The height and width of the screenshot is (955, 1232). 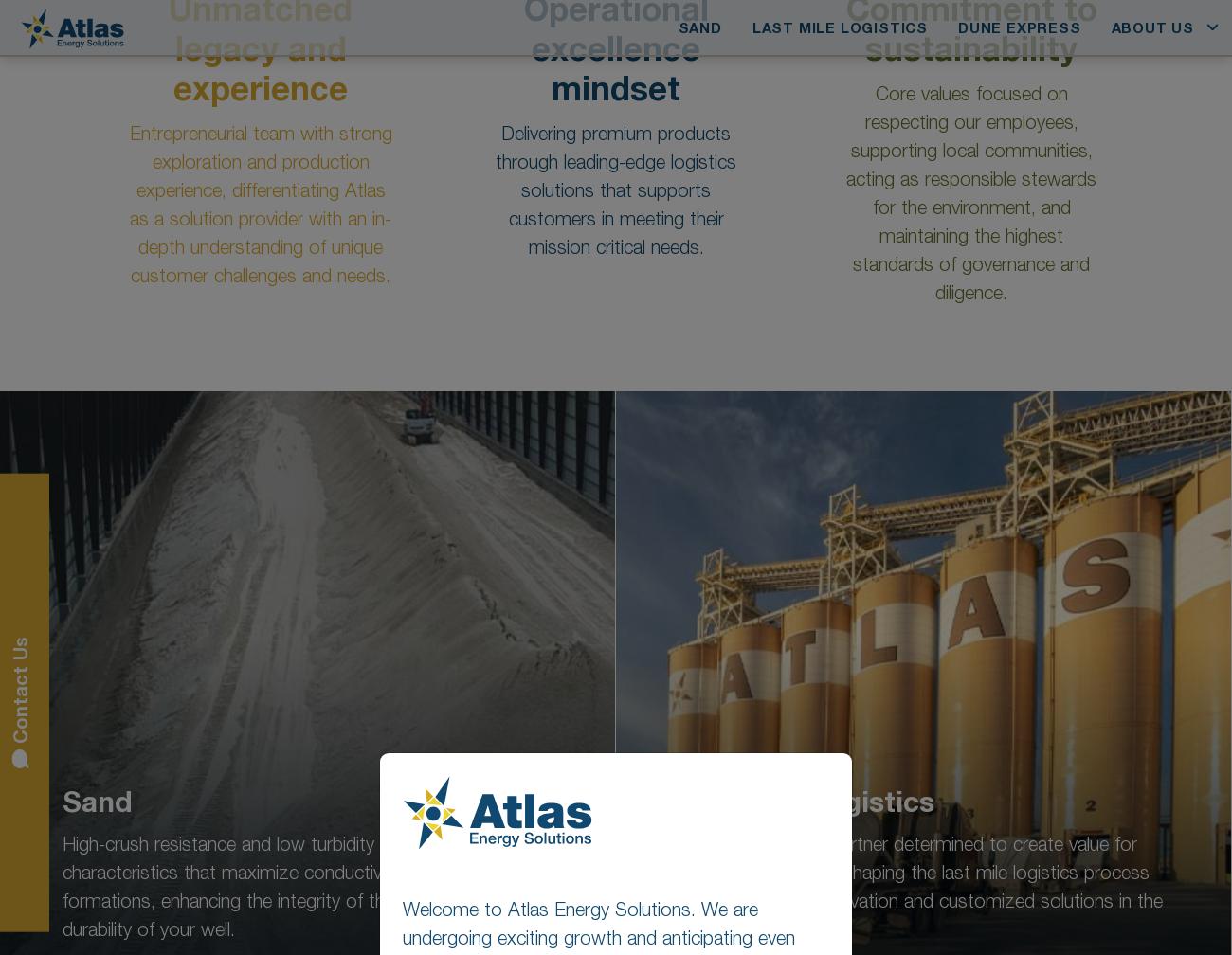 What do you see at coordinates (737, 138) in the screenshot?
I see `'Close Message'` at bounding box center [737, 138].